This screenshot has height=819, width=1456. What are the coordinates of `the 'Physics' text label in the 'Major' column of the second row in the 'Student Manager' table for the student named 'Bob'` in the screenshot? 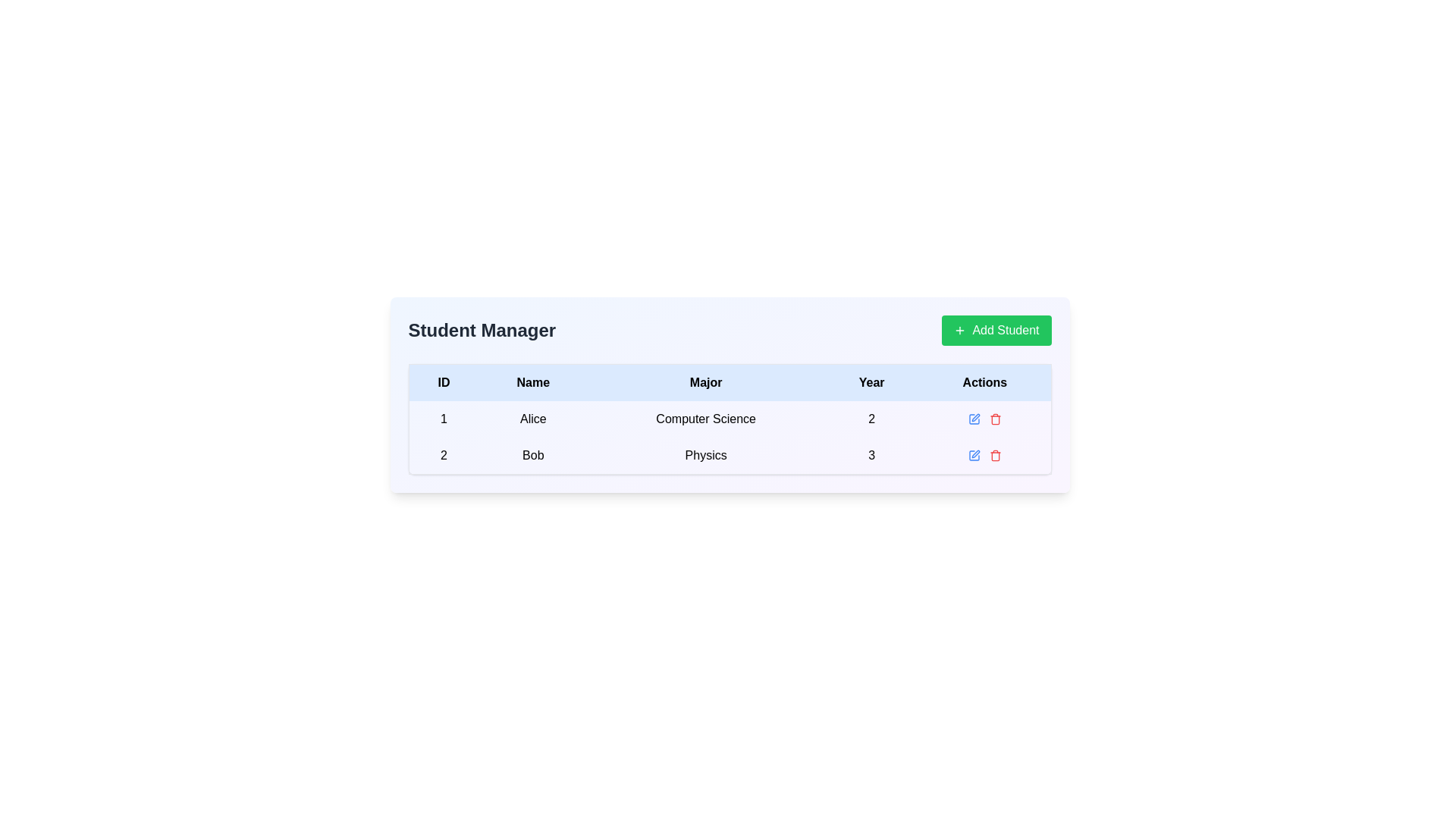 It's located at (705, 455).